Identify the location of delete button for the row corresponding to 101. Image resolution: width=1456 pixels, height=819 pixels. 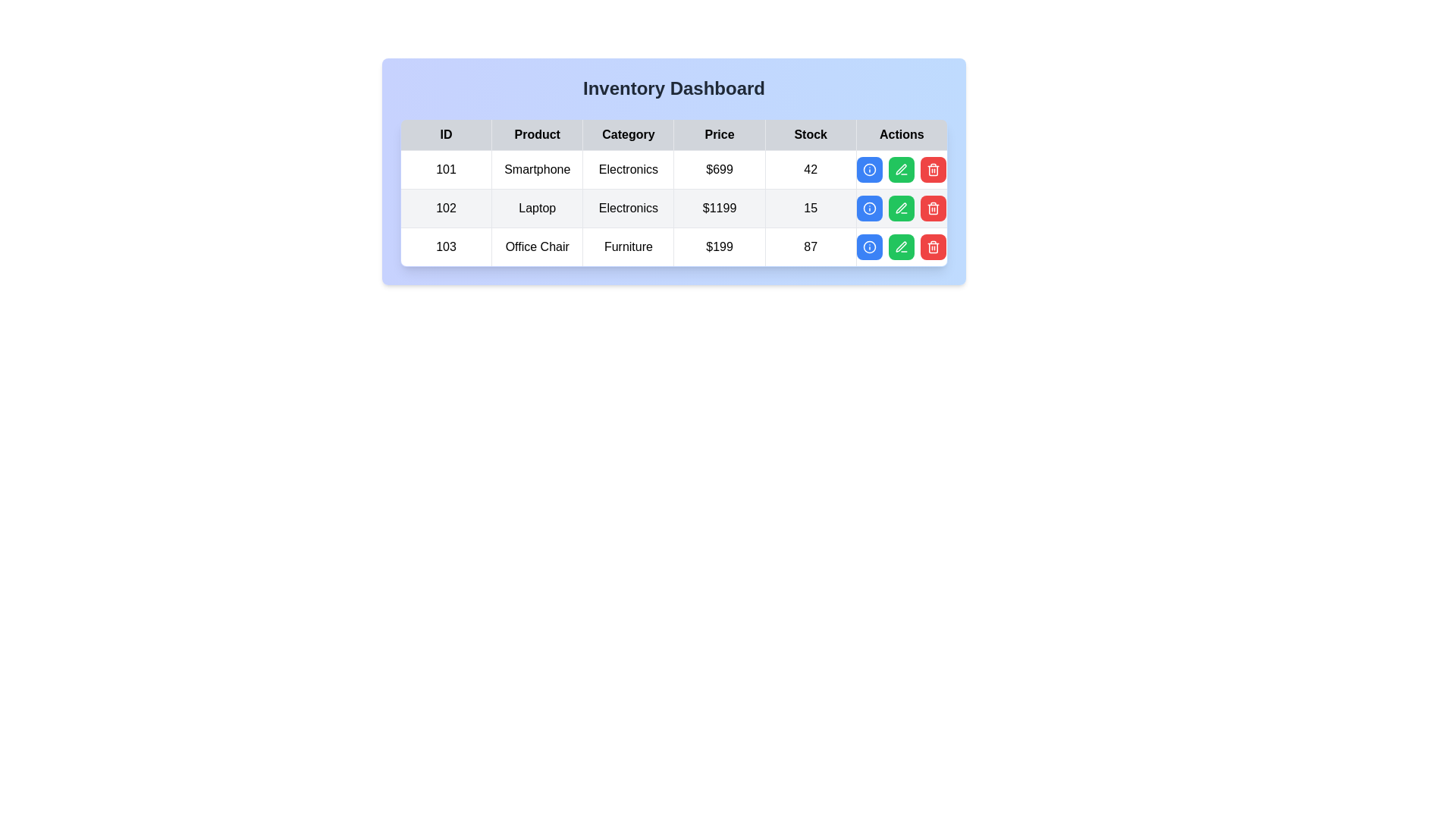
(933, 169).